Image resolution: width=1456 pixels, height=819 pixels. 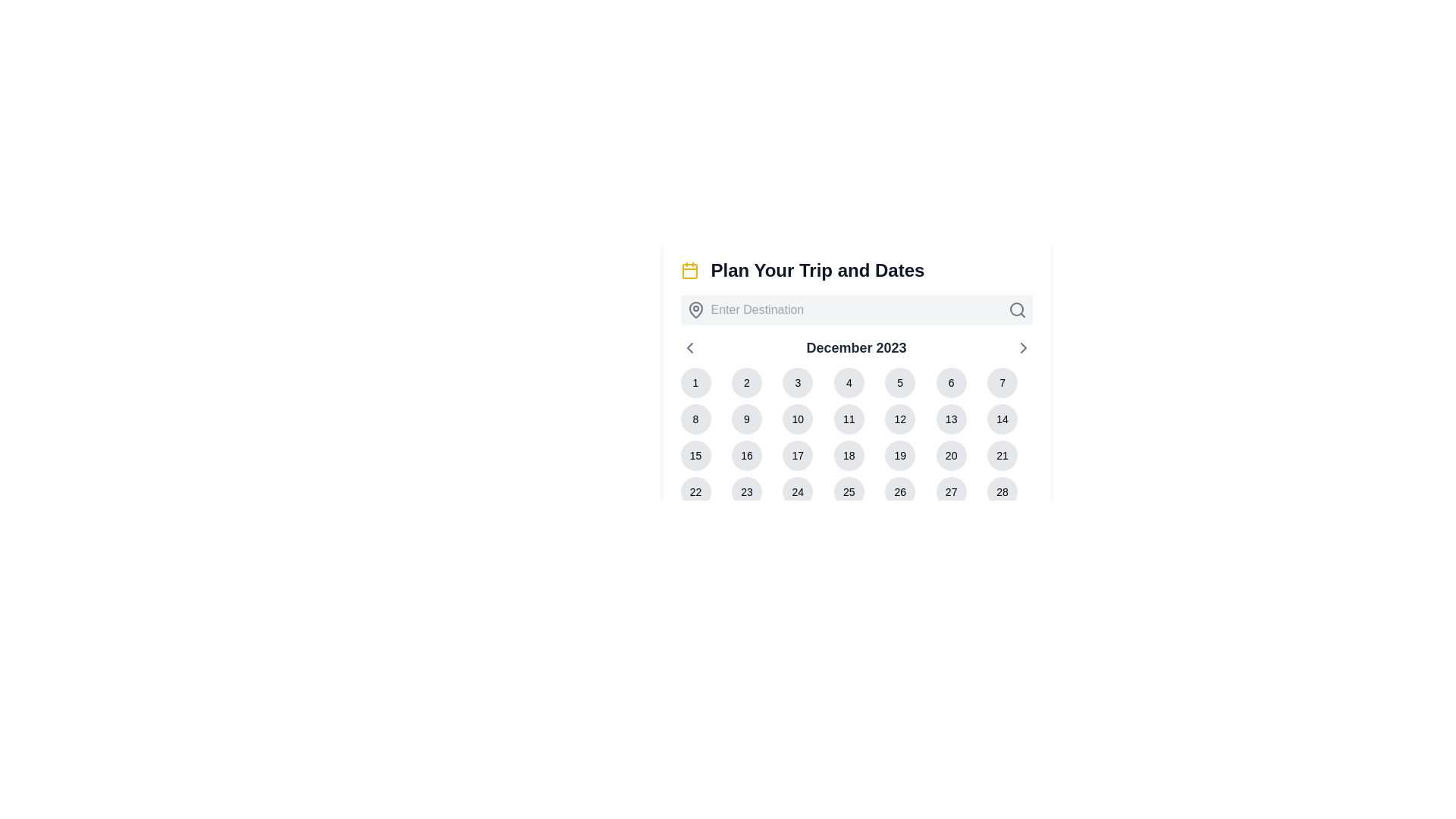 What do you see at coordinates (797, 419) in the screenshot?
I see `the circular button labeled '10' in the date selection grid of the calendar UI` at bounding box center [797, 419].